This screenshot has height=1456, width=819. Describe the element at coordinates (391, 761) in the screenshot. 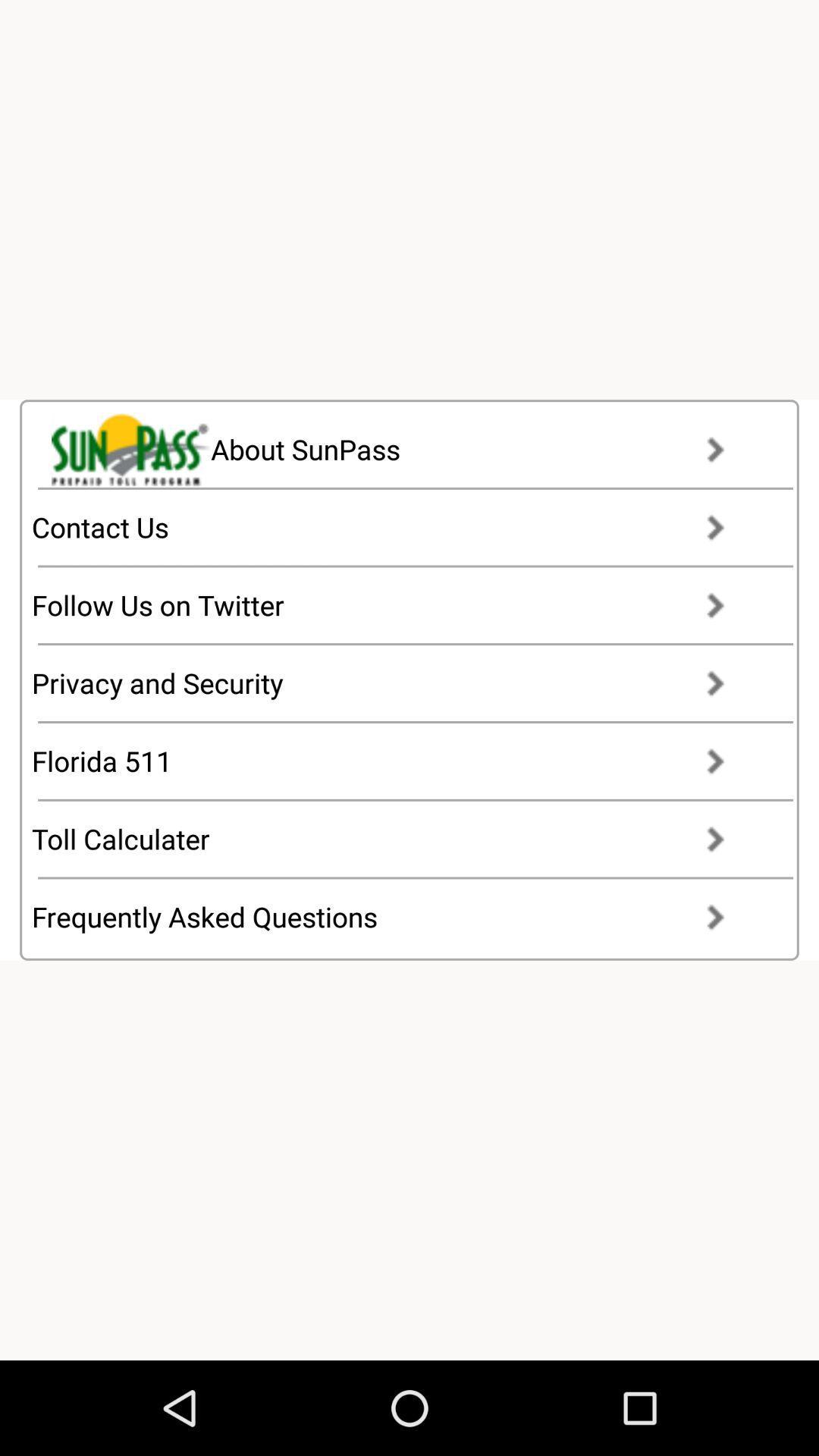

I see `florida 511 icon` at that location.